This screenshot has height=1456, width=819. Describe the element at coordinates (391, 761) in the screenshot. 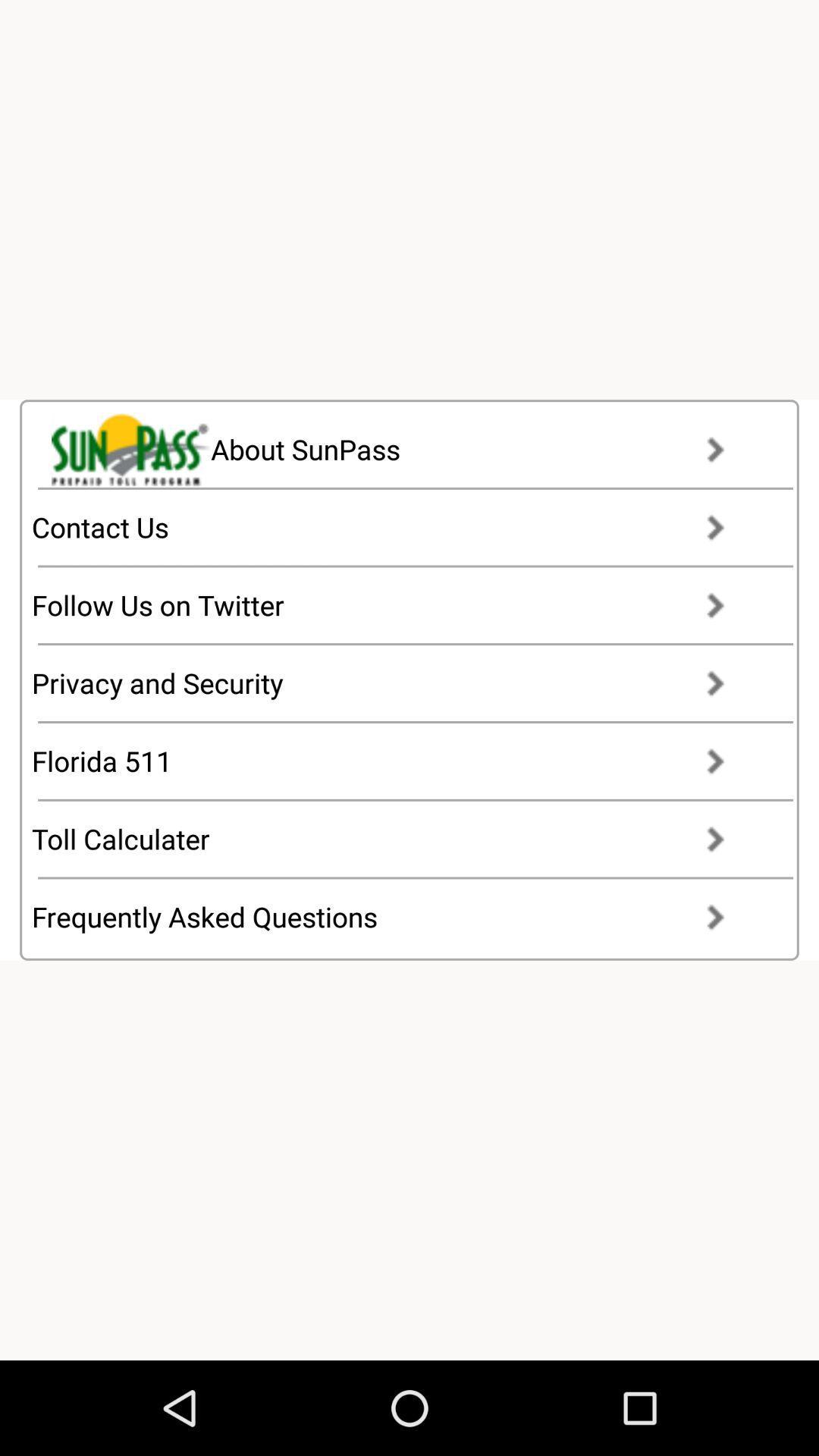

I see `florida 511 icon` at that location.